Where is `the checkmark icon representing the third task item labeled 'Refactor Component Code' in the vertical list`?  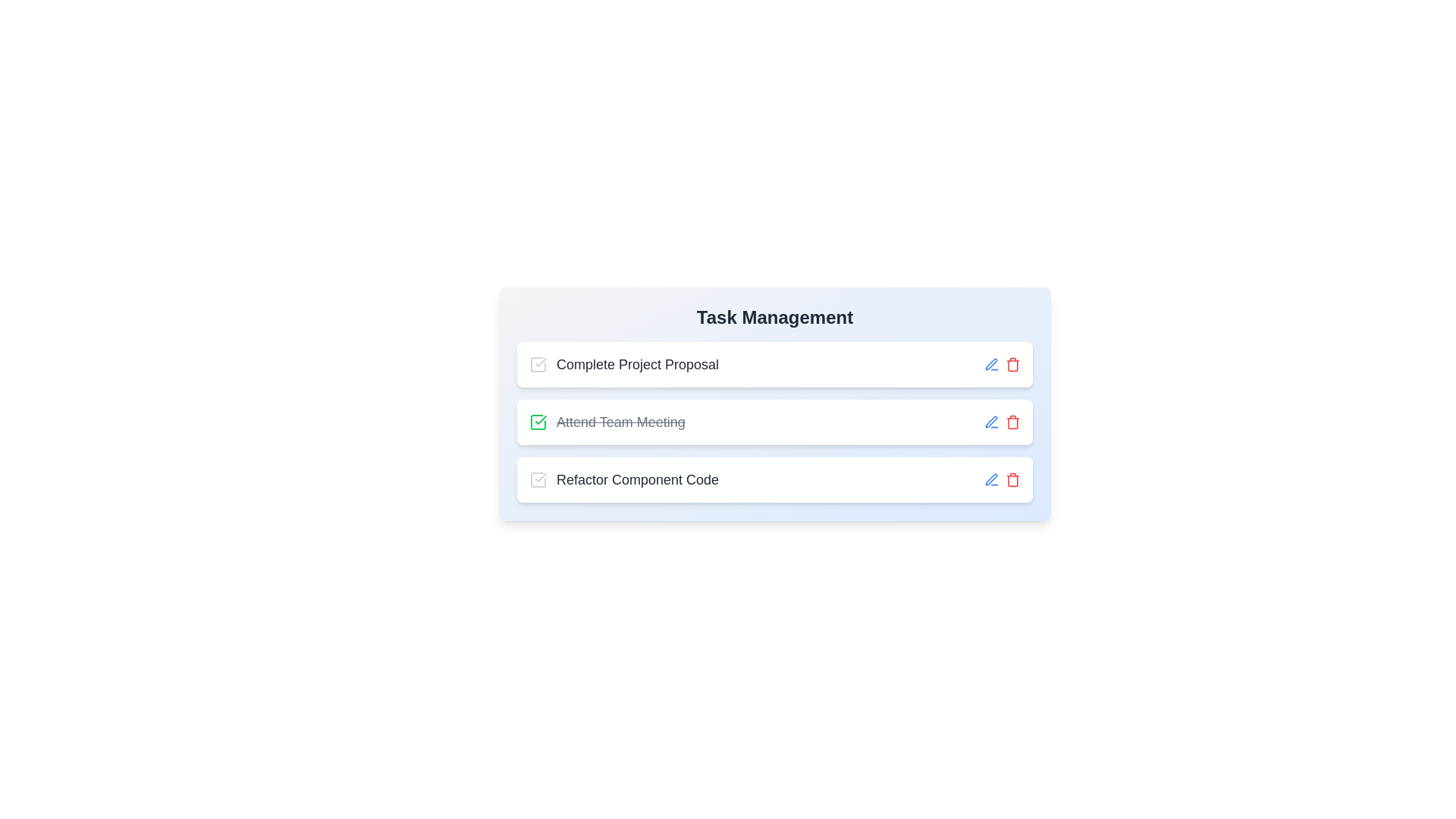 the checkmark icon representing the third task item labeled 'Refactor Component Code' in the vertical list is located at coordinates (541, 476).